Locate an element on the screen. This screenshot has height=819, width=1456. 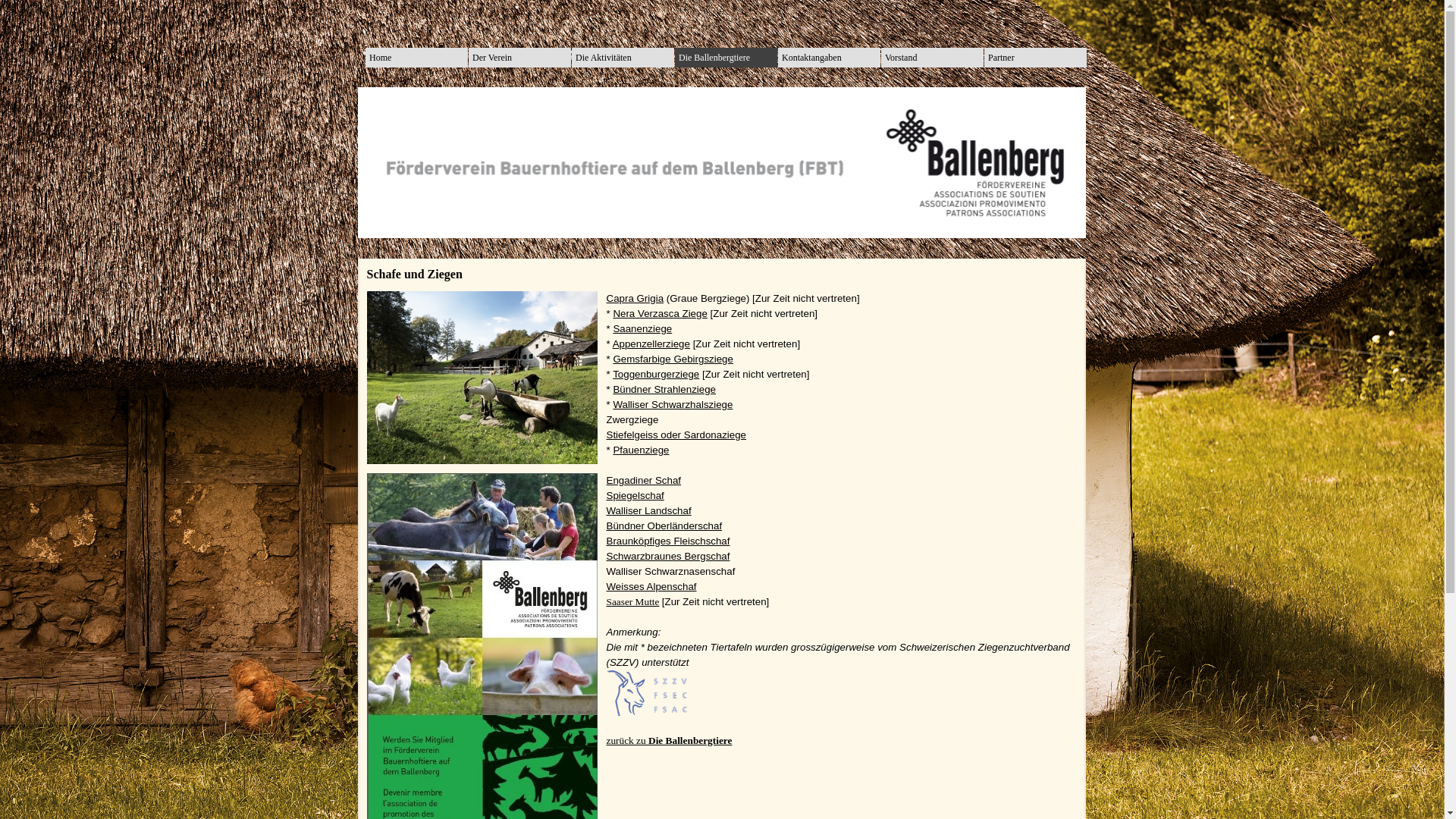
'Toggenburgerziege' is located at coordinates (612, 374).